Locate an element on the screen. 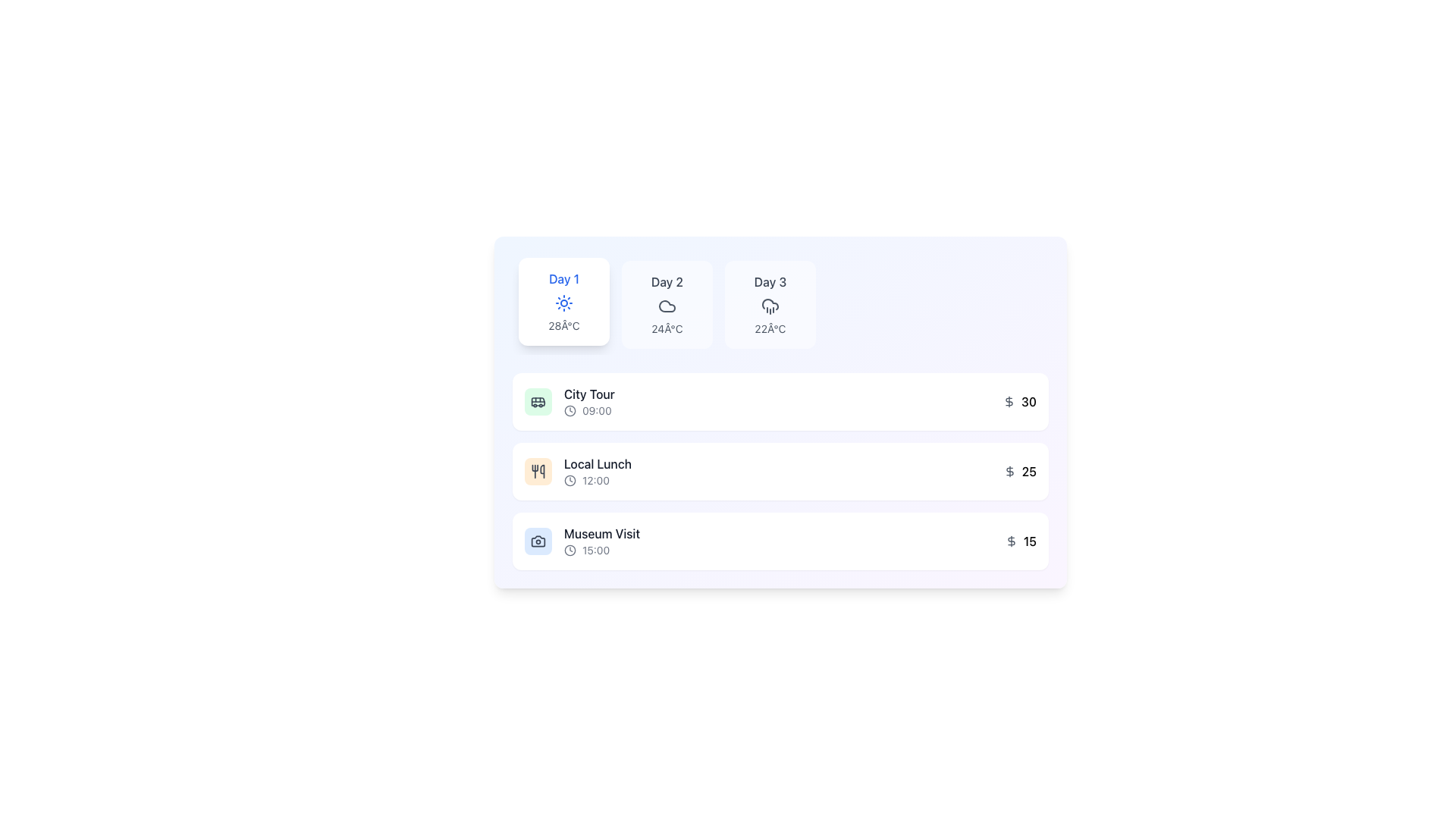  the timestamp element reading '15:00' with a clock icon, located in the bottom right corner of the 'Museum Visit' list item is located at coordinates (601, 550).